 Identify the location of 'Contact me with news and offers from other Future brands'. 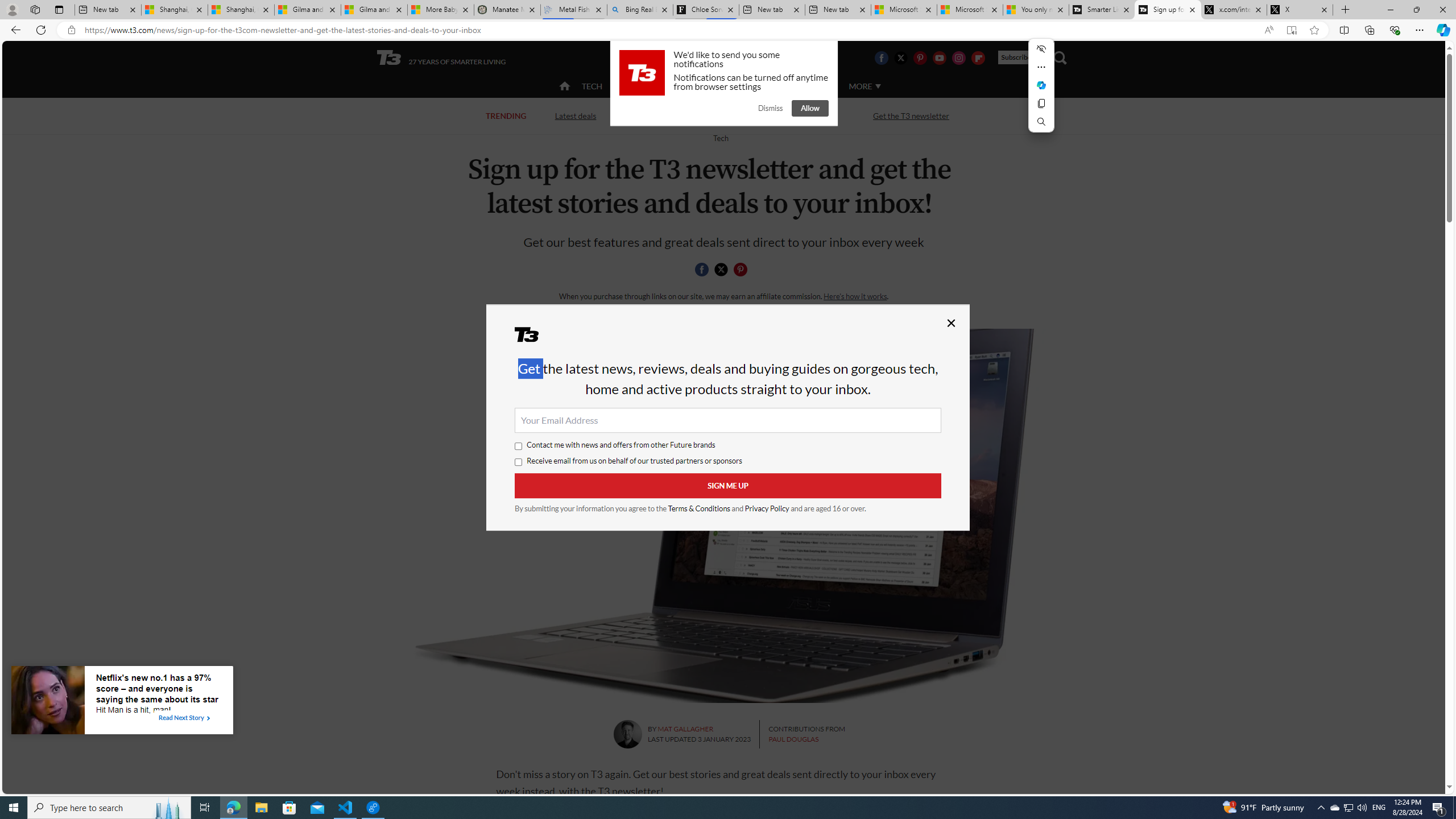
(519, 446).